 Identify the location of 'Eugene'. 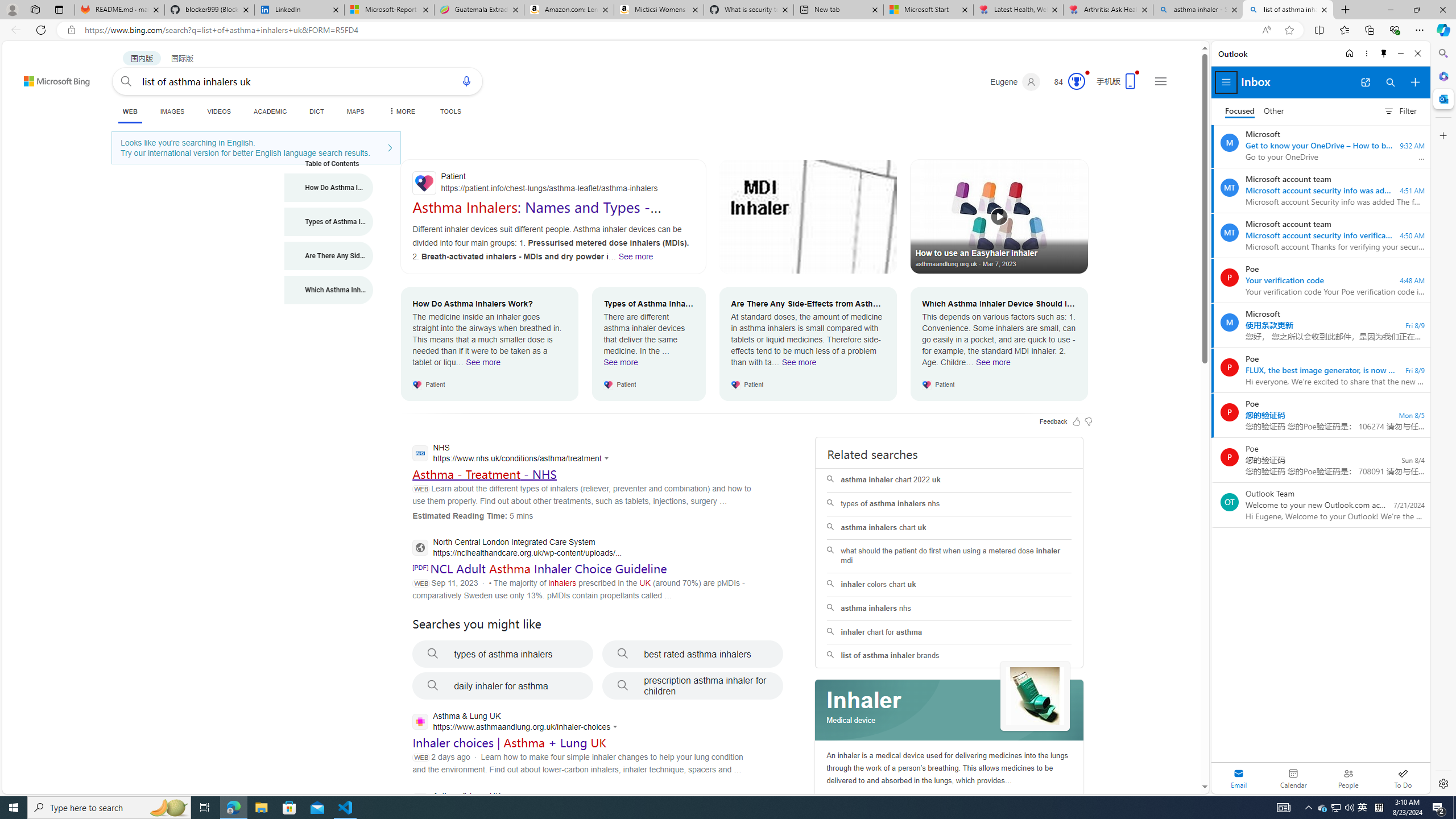
(1015, 81).